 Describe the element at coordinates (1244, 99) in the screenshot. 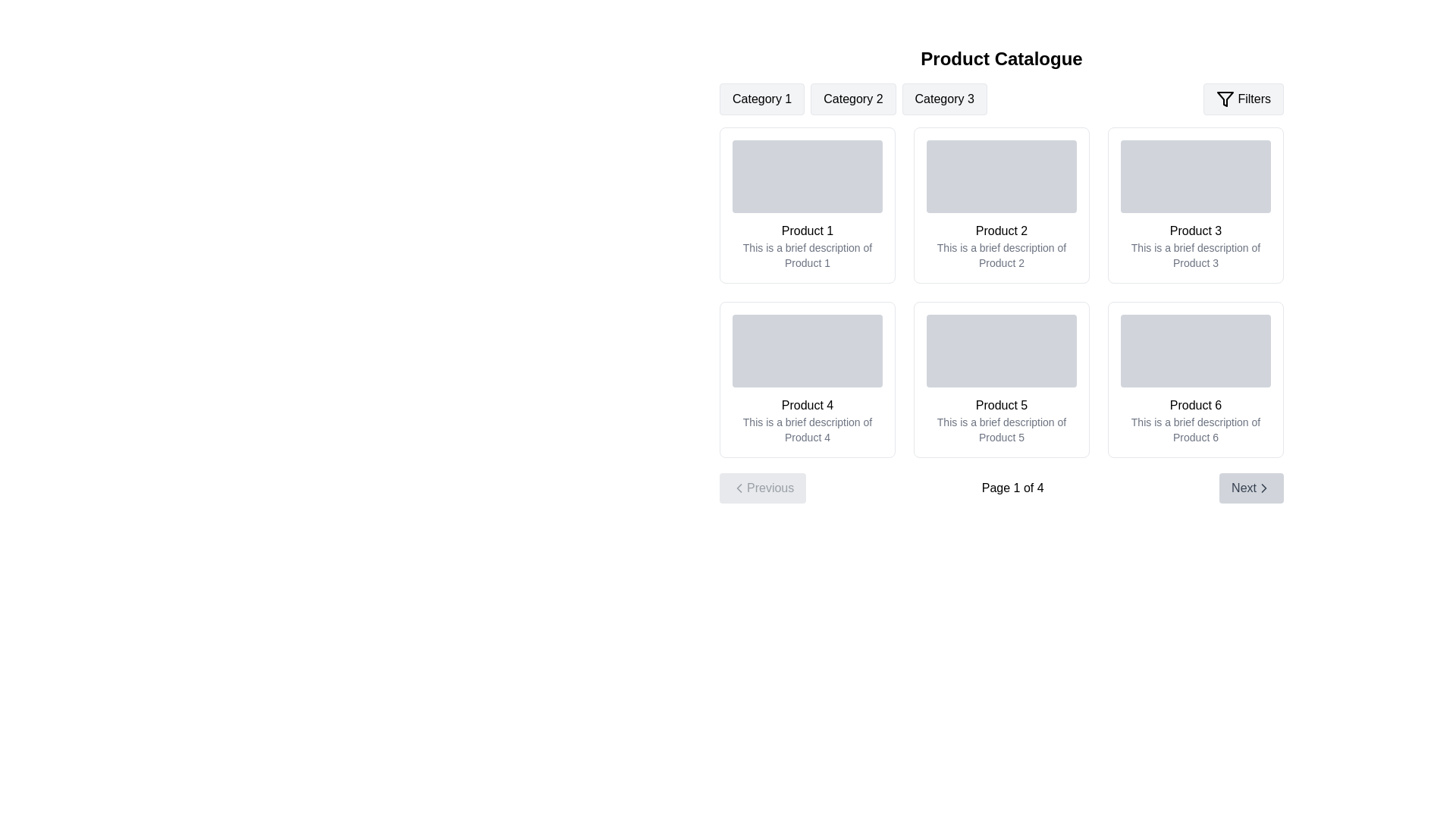

I see `the filter button located in the top-right section of the interface, to the right of 'Category 1', 'Category 2', and 'Category 3'` at that location.